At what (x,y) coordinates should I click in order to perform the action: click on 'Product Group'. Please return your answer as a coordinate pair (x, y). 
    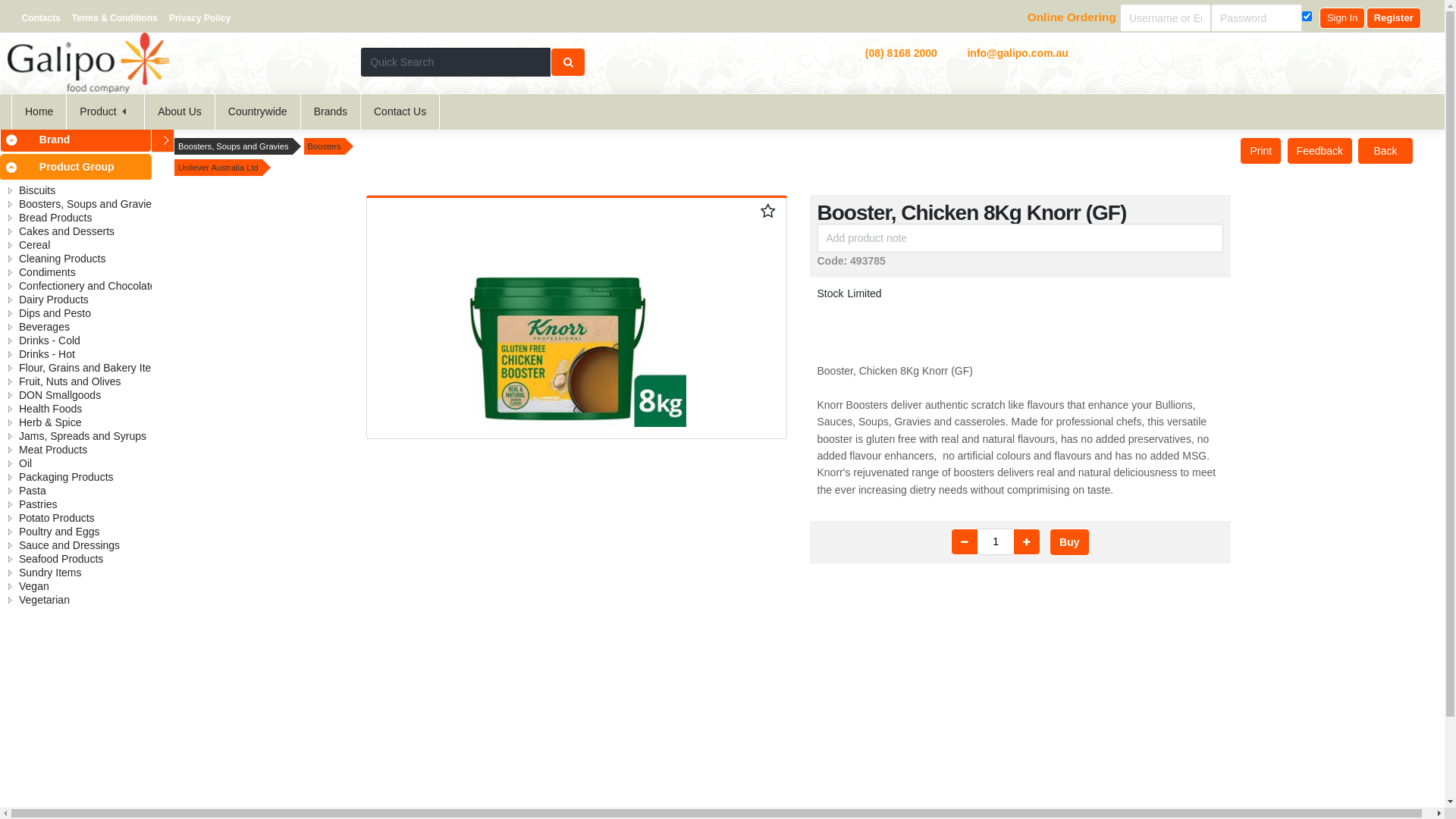
    Looking at the image, I should click on (24, 166).